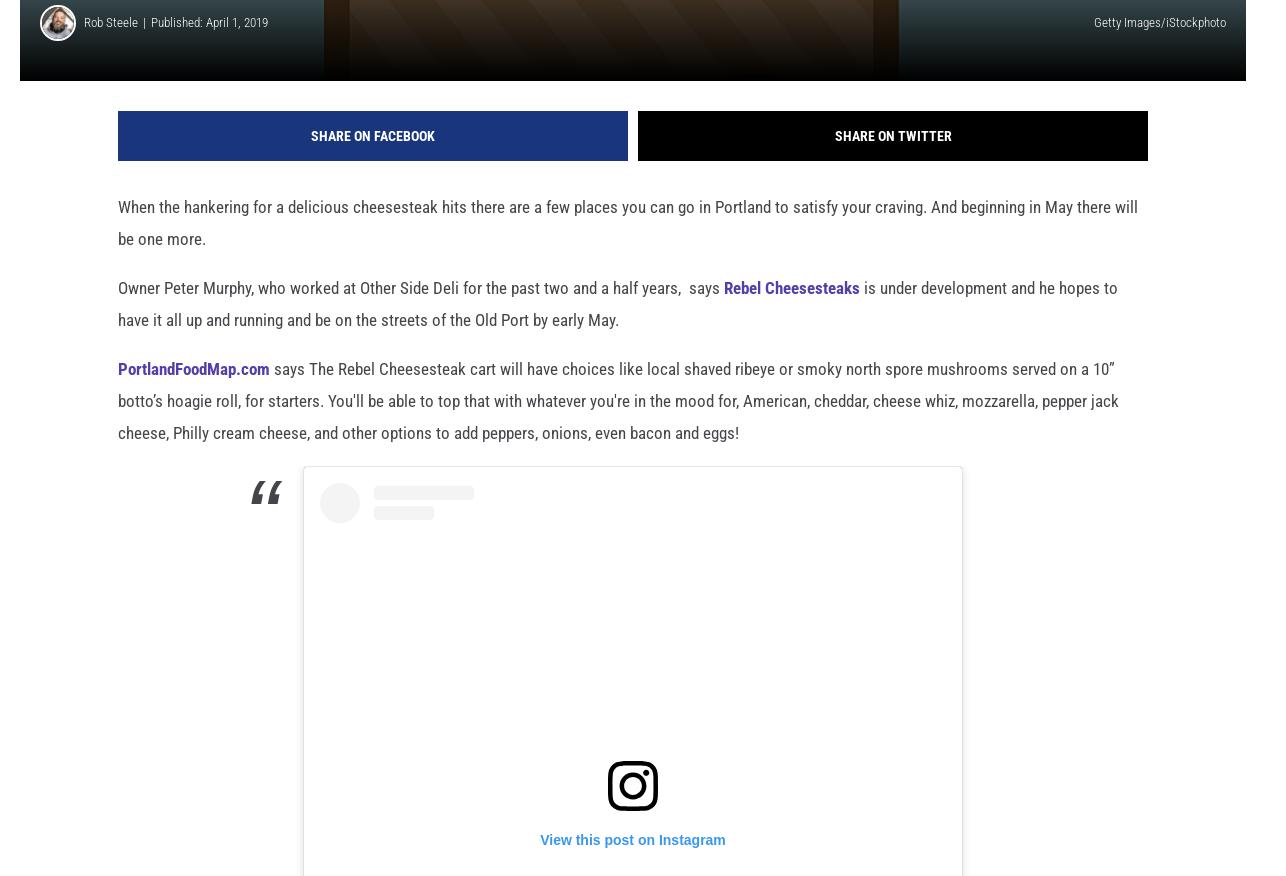 This screenshot has width=1286, height=876. What do you see at coordinates (617, 335) in the screenshot?
I see `'is under development and he hopes to have it all up and running and be on the streets of the Old Port by early May.'` at bounding box center [617, 335].